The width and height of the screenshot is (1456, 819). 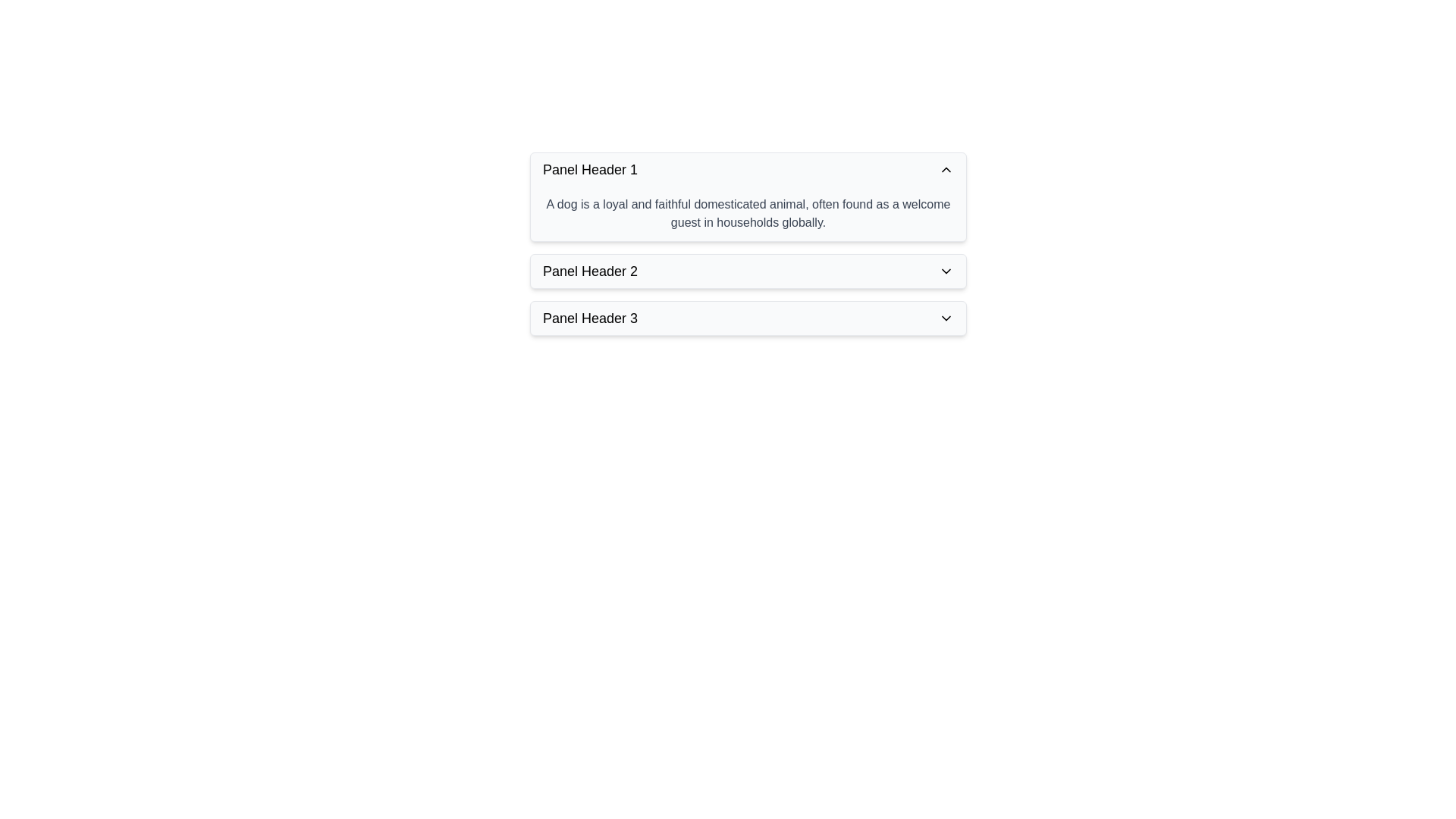 What do you see at coordinates (748, 318) in the screenshot?
I see `the Collapsible panel header located at the bottom of the vertical stack of panel headers for accessibility purposes` at bounding box center [748, 318].